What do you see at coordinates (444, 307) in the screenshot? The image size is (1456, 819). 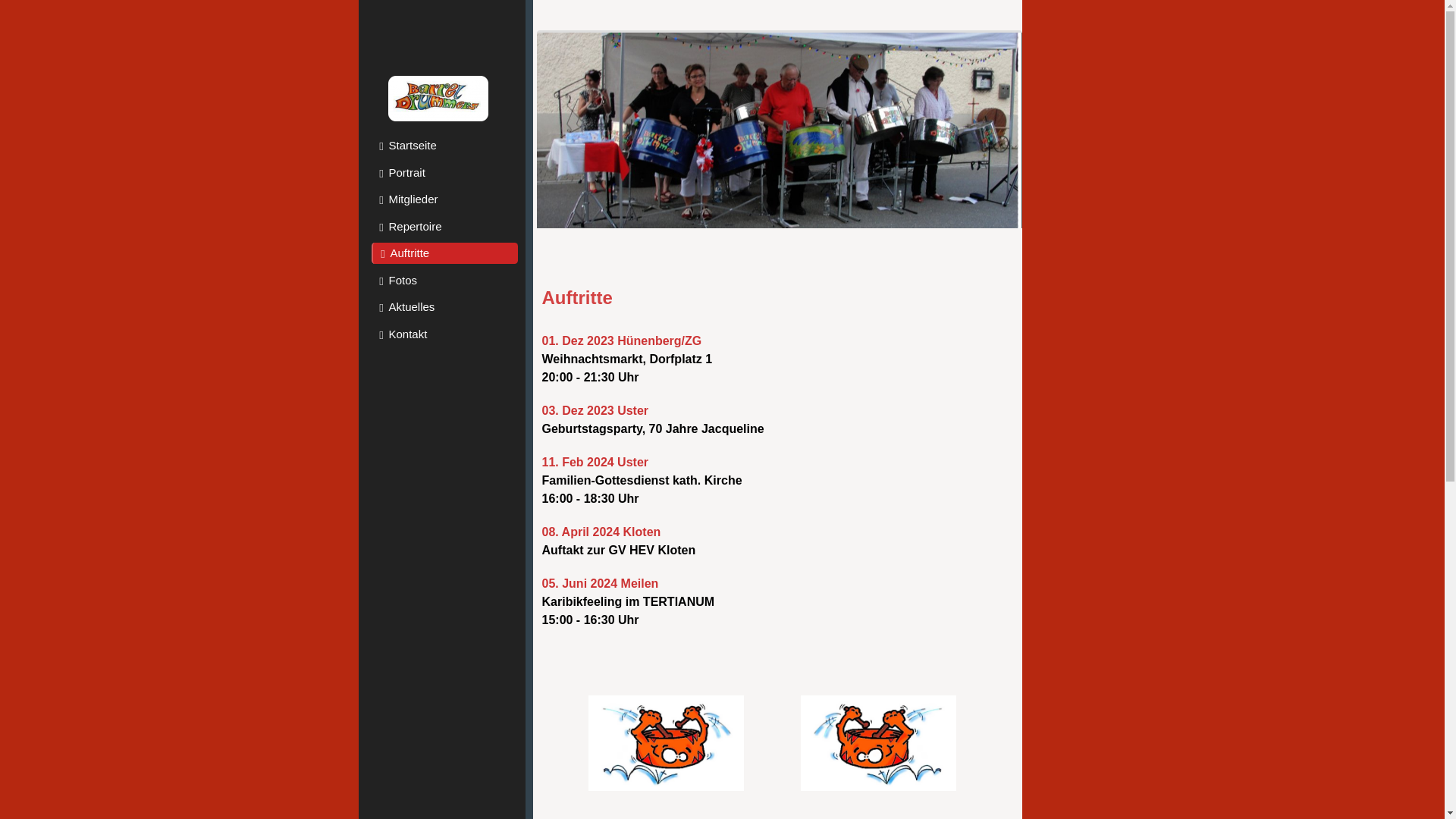 I see `'Aktuelles'` at bounding box center [444, 307].